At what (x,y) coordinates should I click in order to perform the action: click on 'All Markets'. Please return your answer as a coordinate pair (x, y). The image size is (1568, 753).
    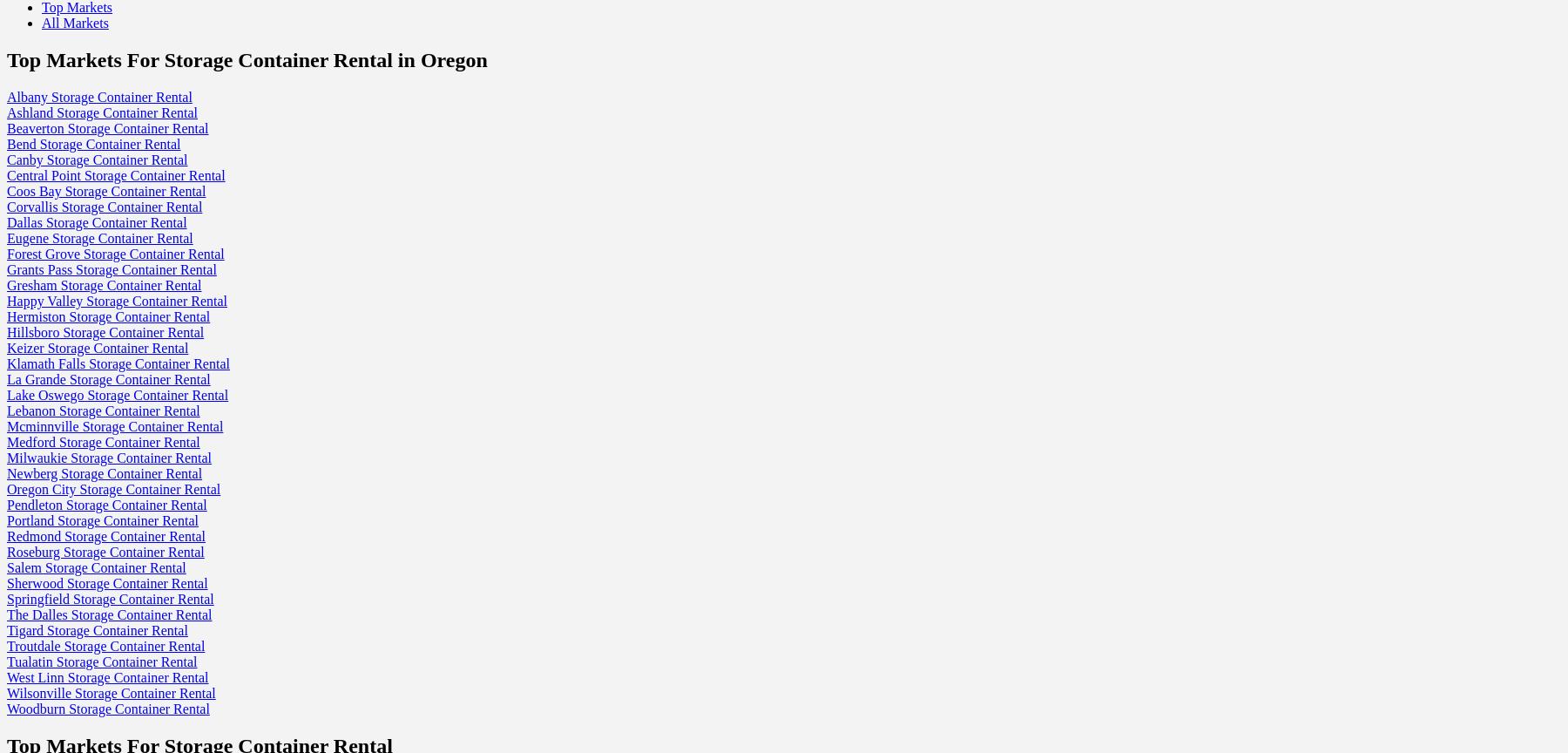
    Looking at the image, I should click on (74, 23).